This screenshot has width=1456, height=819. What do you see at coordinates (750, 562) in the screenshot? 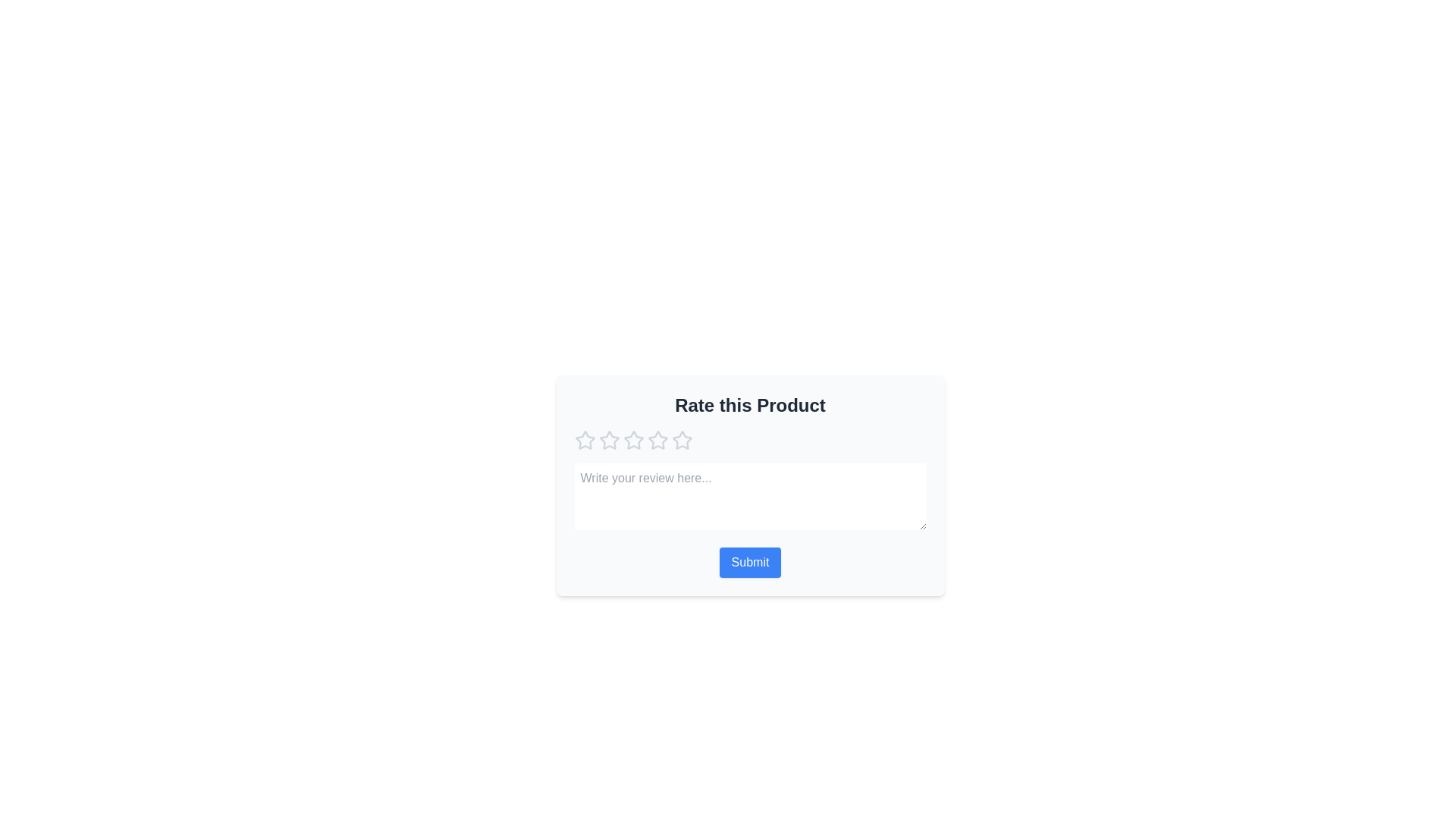
I see `the Submit button to submit the rating and review` at bounding box center [750, 562].